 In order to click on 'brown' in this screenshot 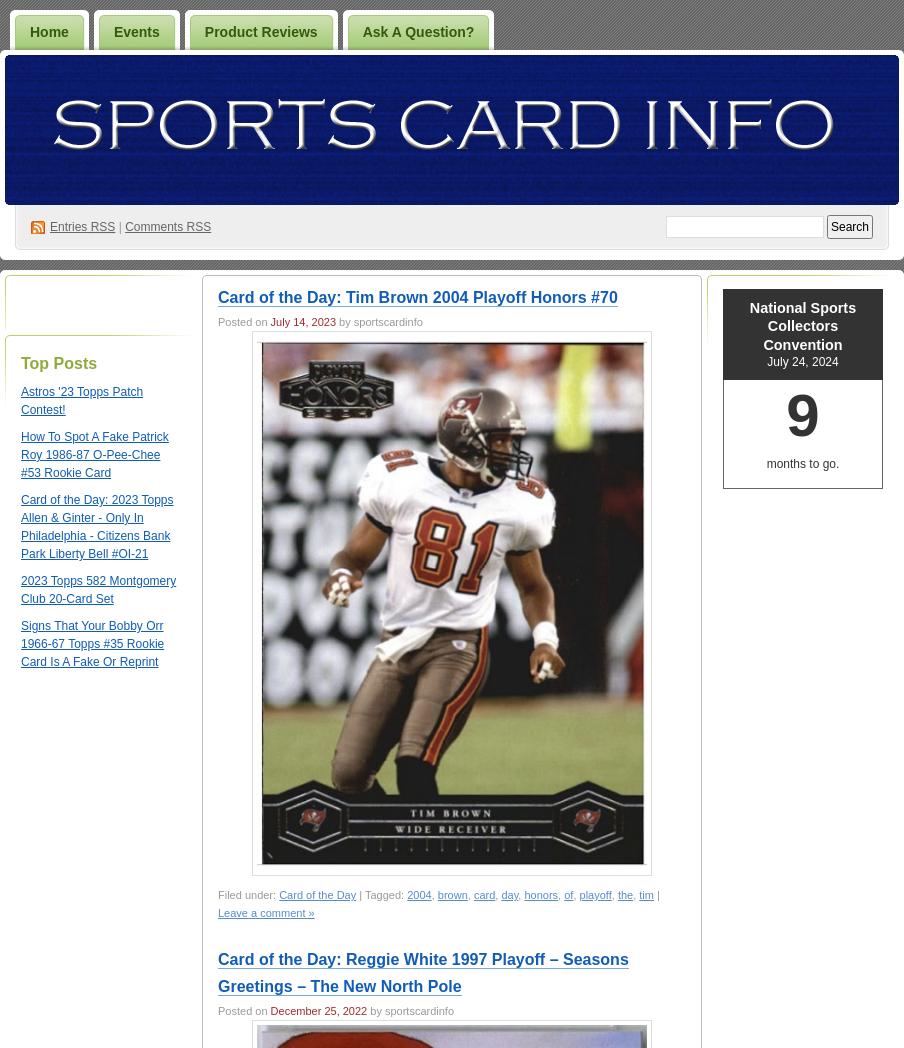, I will do `click(452, 893)`.